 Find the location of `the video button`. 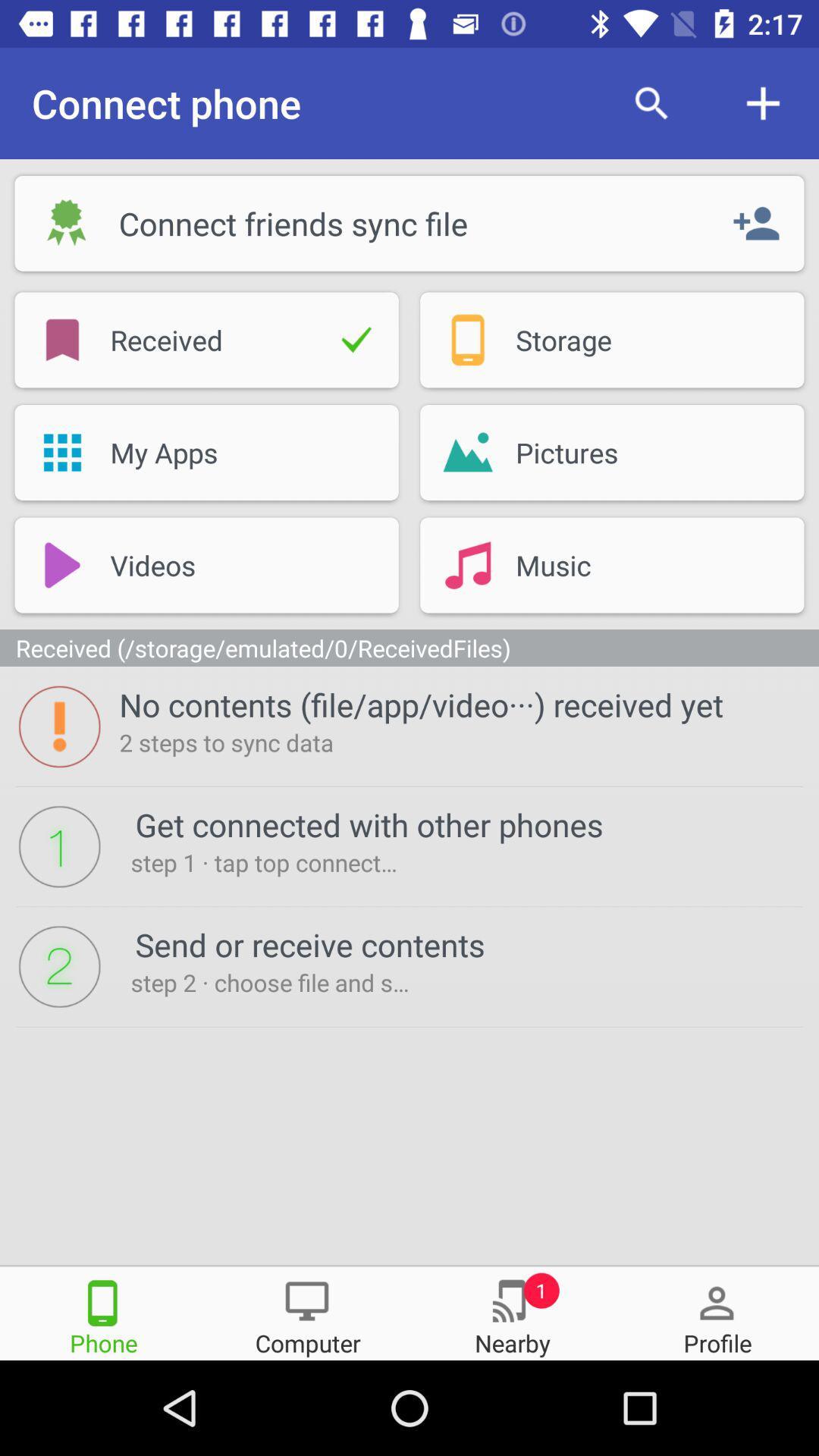

the video button is located at coordinates (207, 564).